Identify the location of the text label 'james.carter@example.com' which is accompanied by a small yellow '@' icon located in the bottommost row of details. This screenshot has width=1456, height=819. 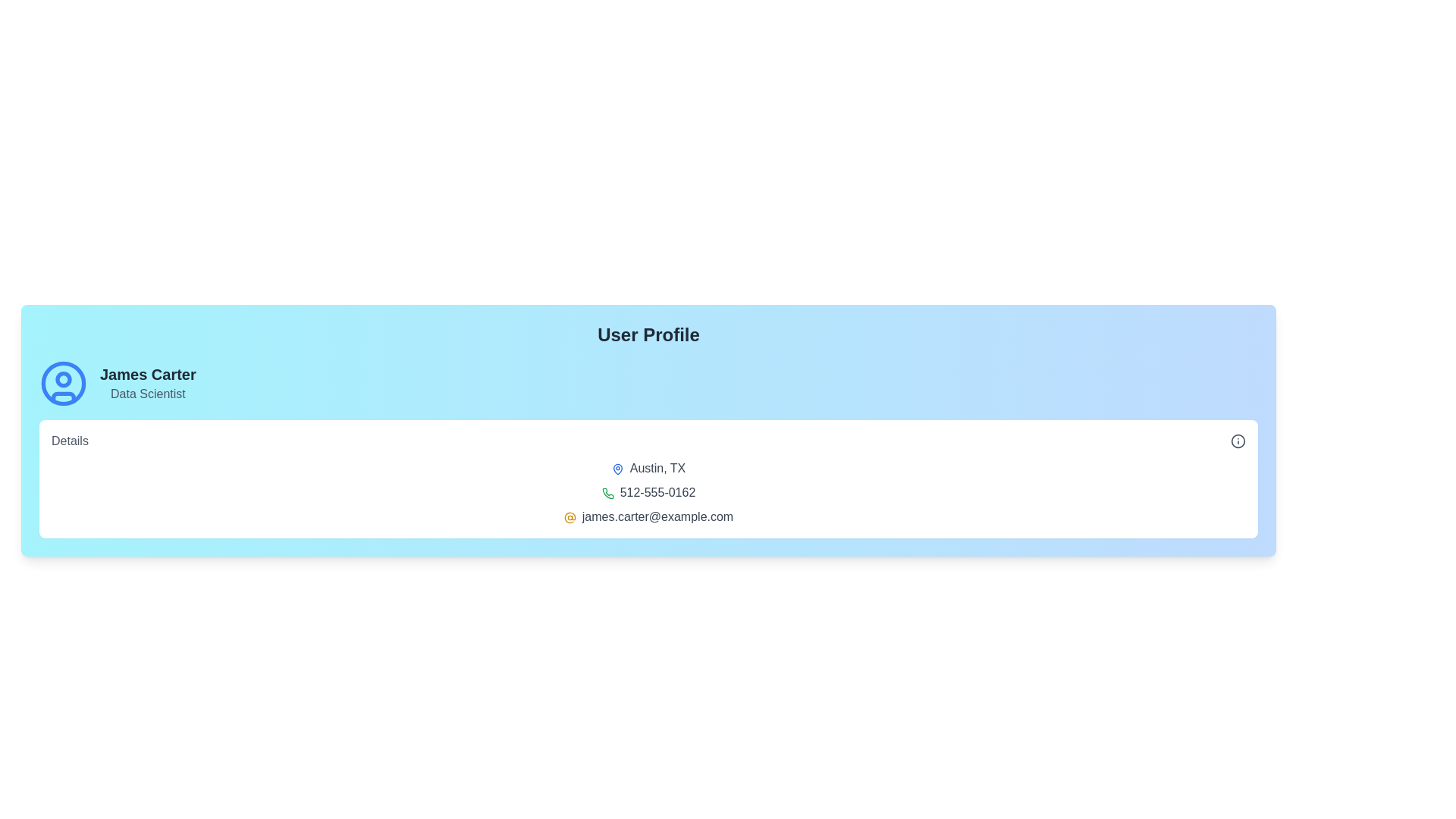
(648, 516).